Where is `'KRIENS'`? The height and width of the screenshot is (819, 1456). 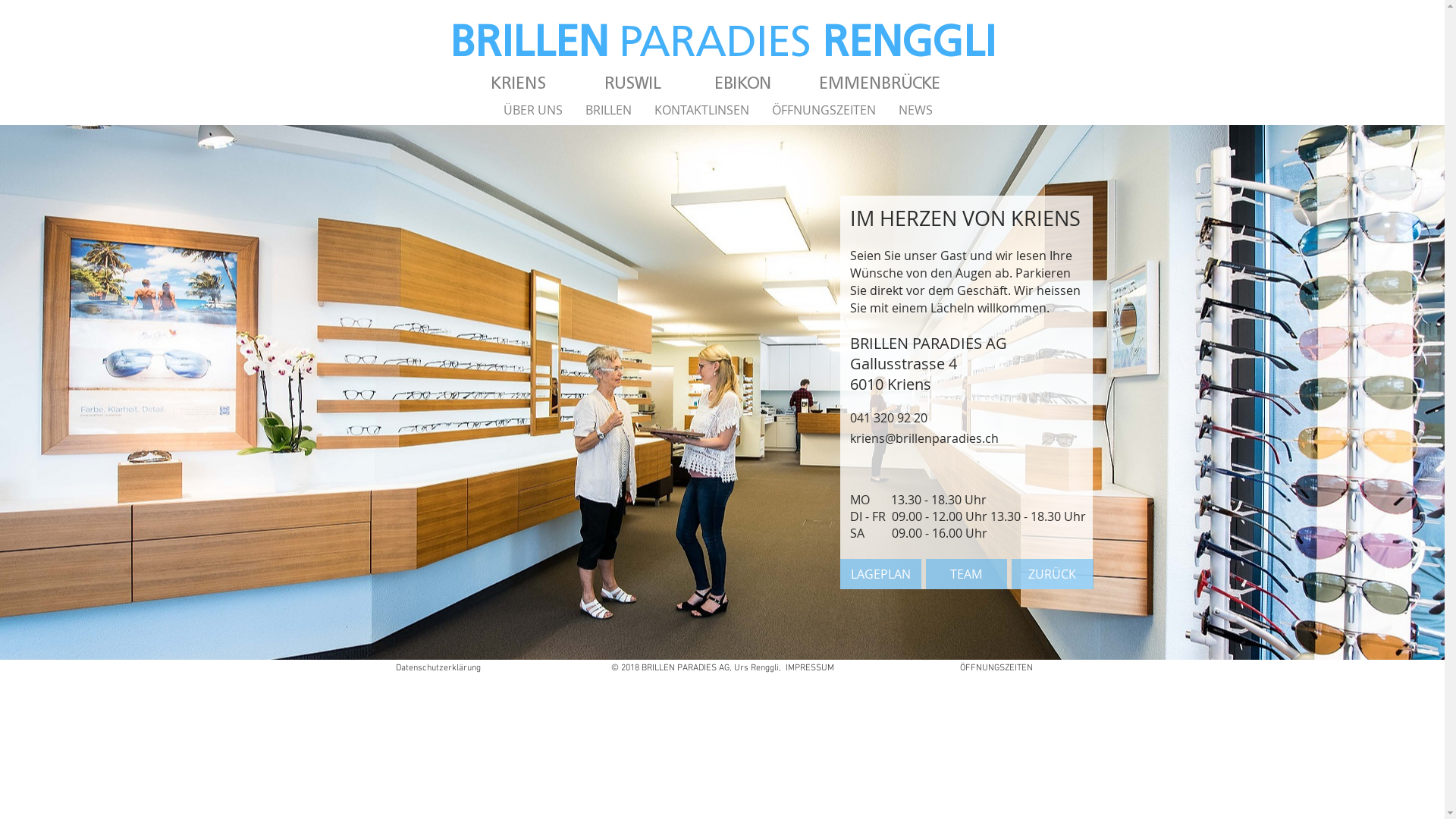 'KRIENS' is located at coordinates (519, 82).